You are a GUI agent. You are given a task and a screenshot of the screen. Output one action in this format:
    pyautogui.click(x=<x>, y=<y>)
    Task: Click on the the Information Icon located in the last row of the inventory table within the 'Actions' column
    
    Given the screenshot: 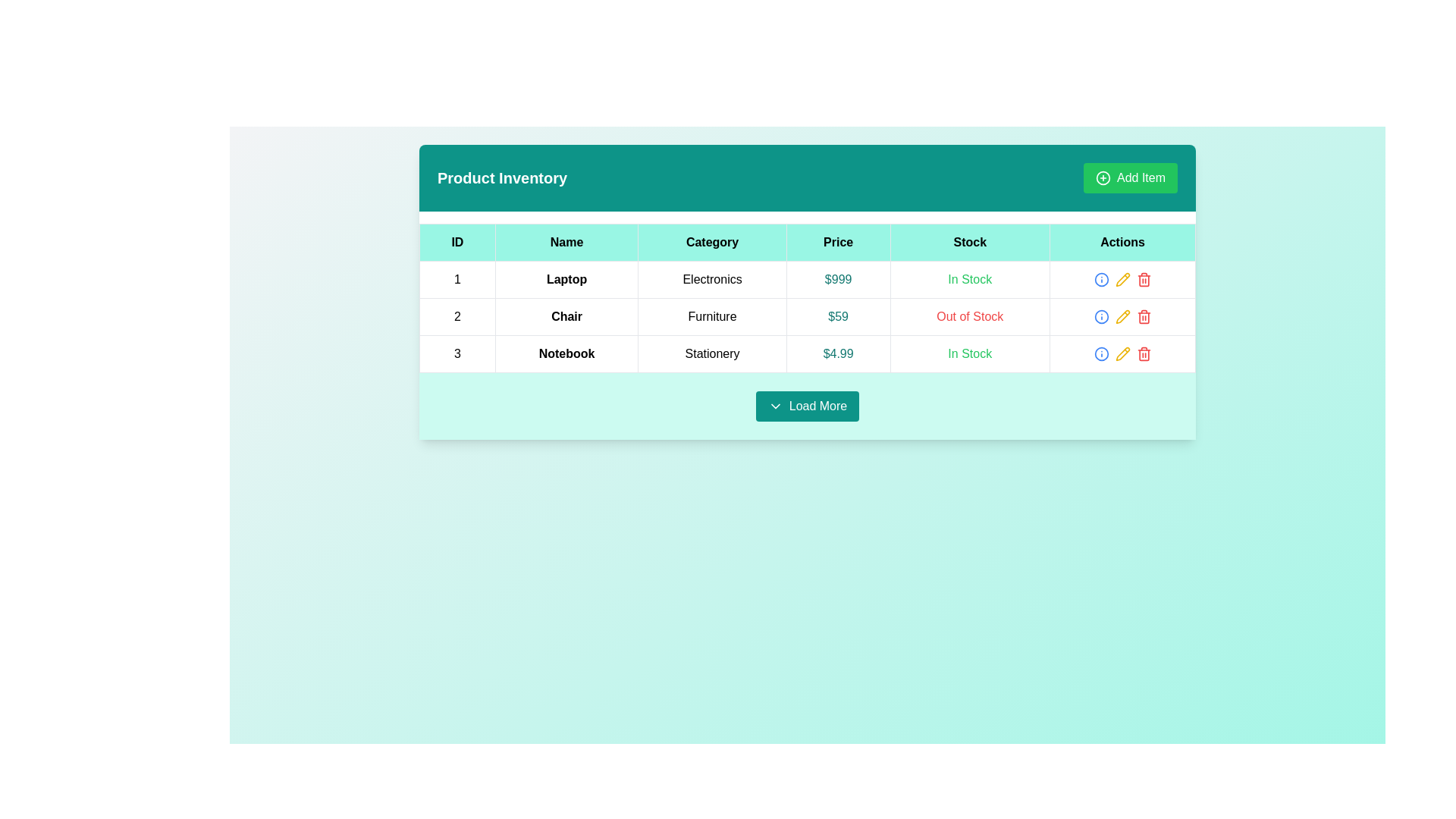 What is the action you would take?
    pyautogui.click(x=1101, y=315)
    